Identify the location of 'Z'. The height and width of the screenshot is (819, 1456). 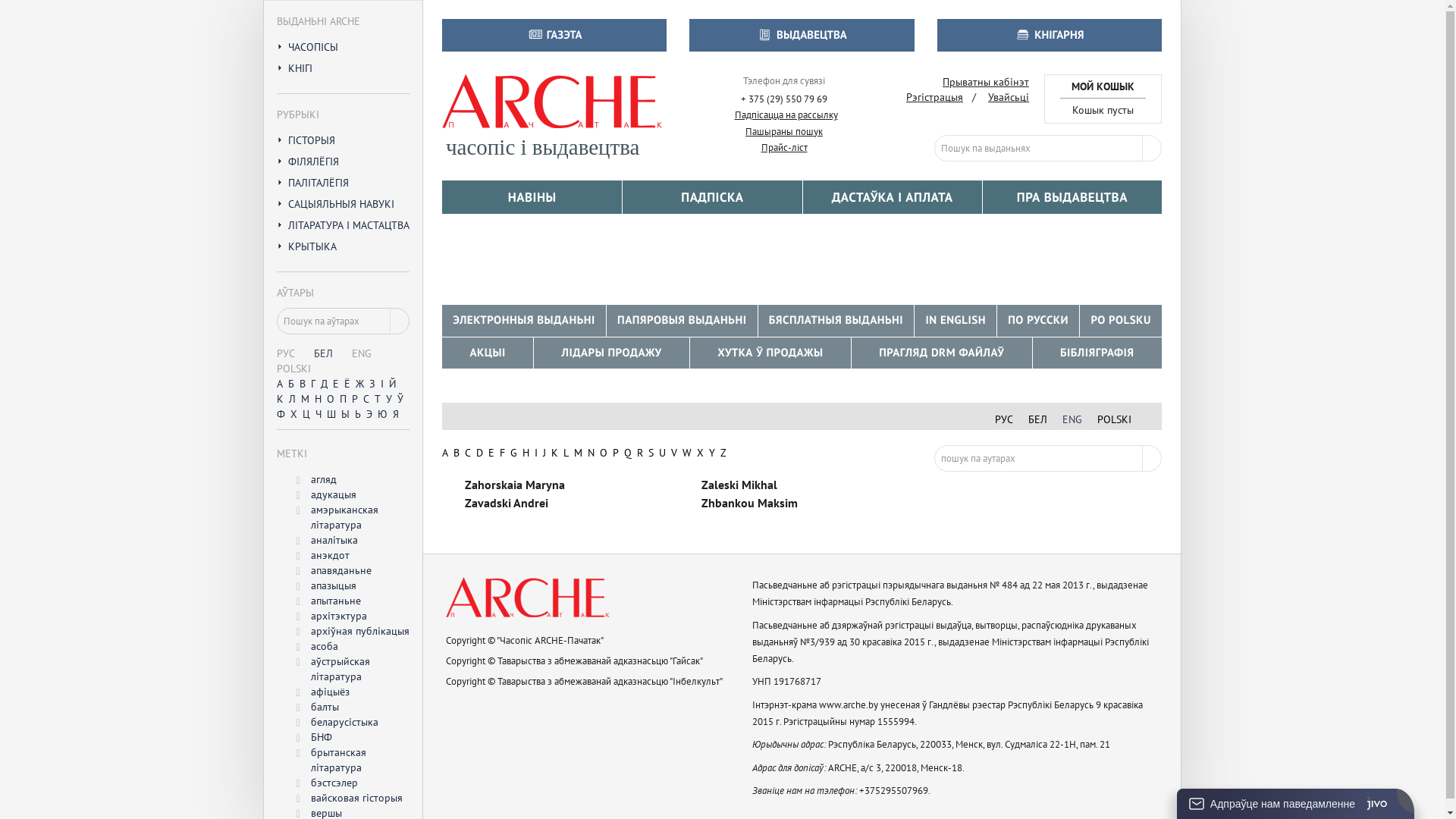
(723, 452).